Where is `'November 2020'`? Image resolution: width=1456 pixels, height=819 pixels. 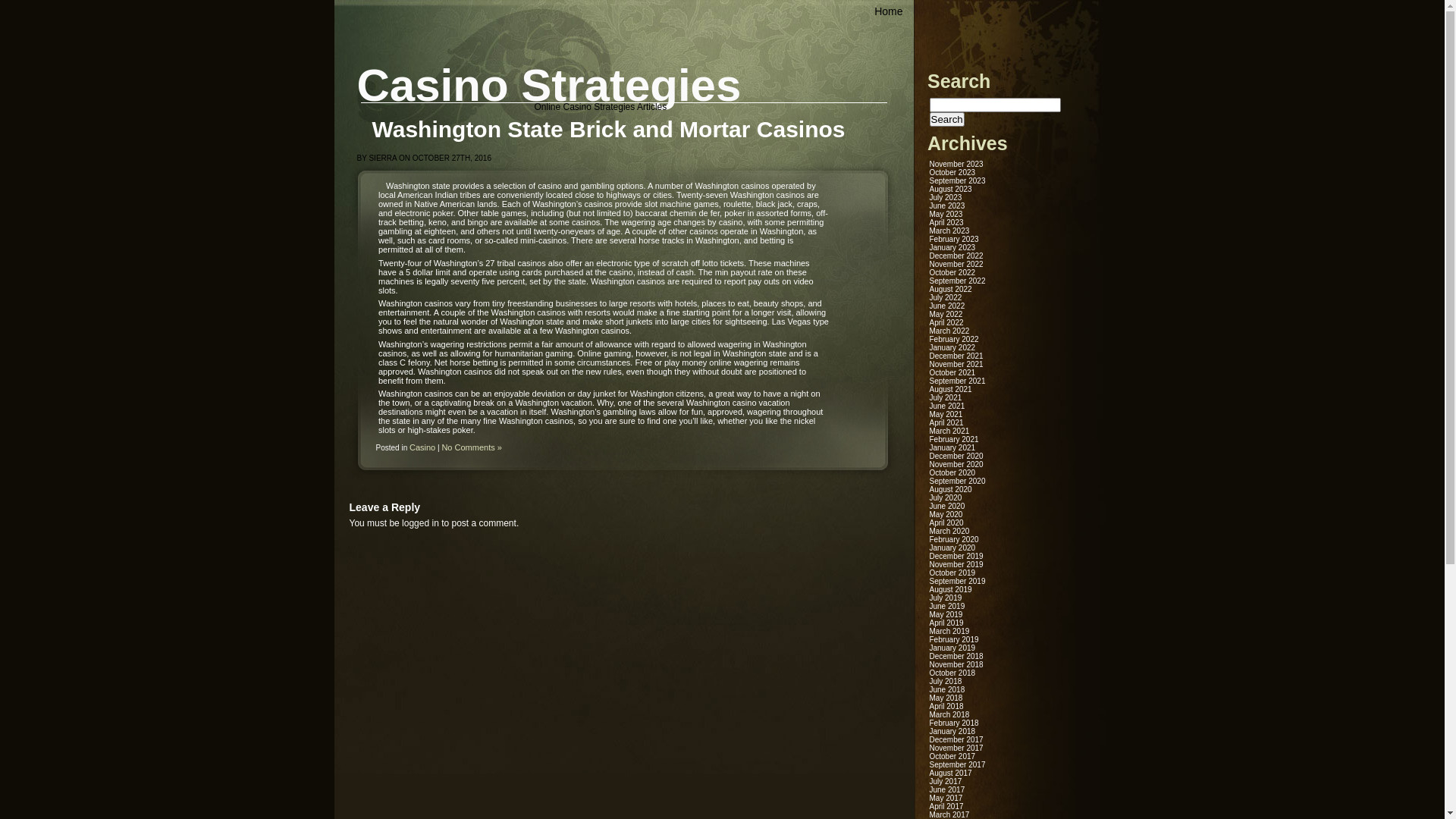 'November 2020' is located at coordinates (928, 463).